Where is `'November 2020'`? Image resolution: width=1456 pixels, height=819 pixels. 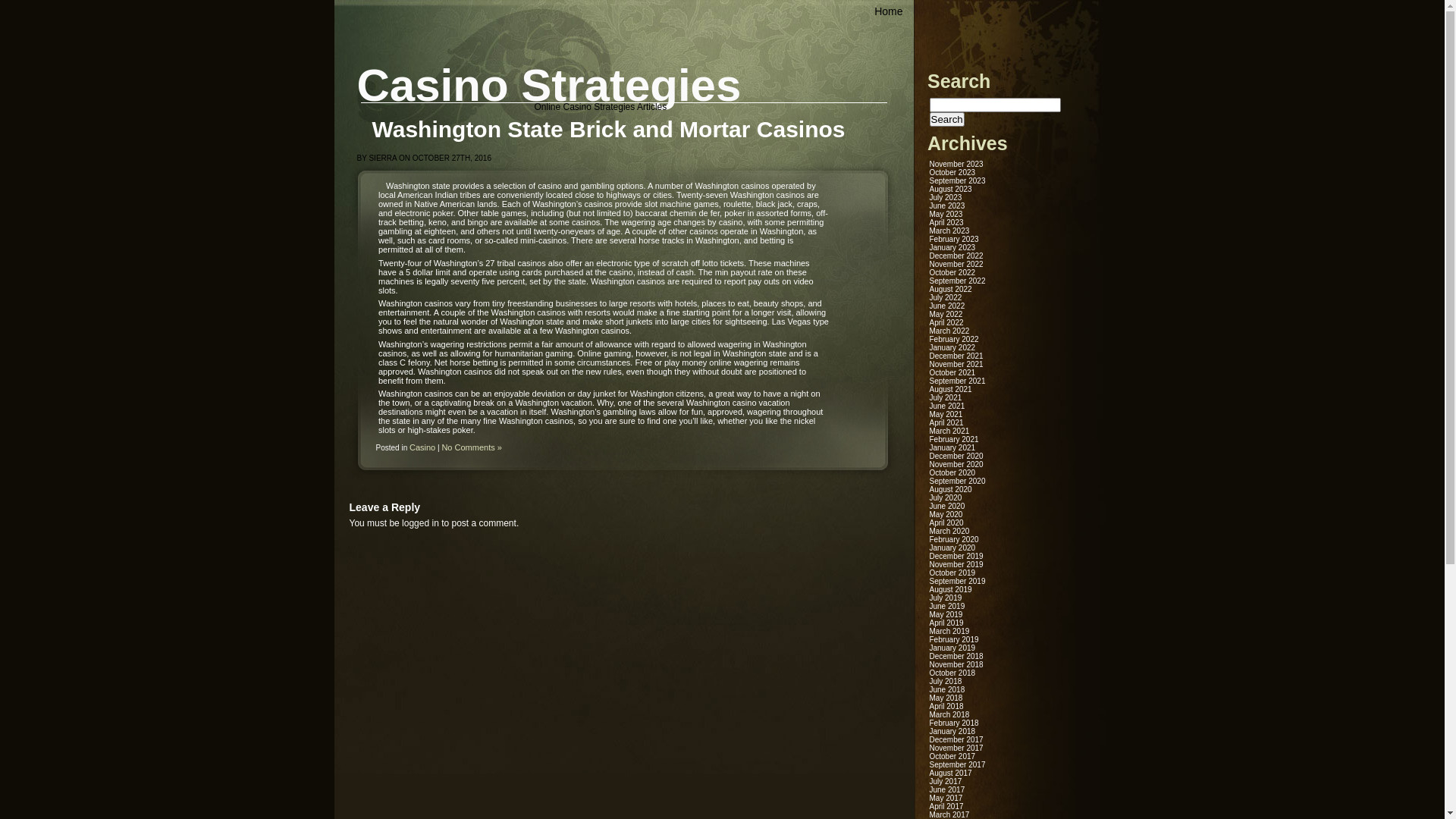 'November 2020' is located at coordinates (928, 463).